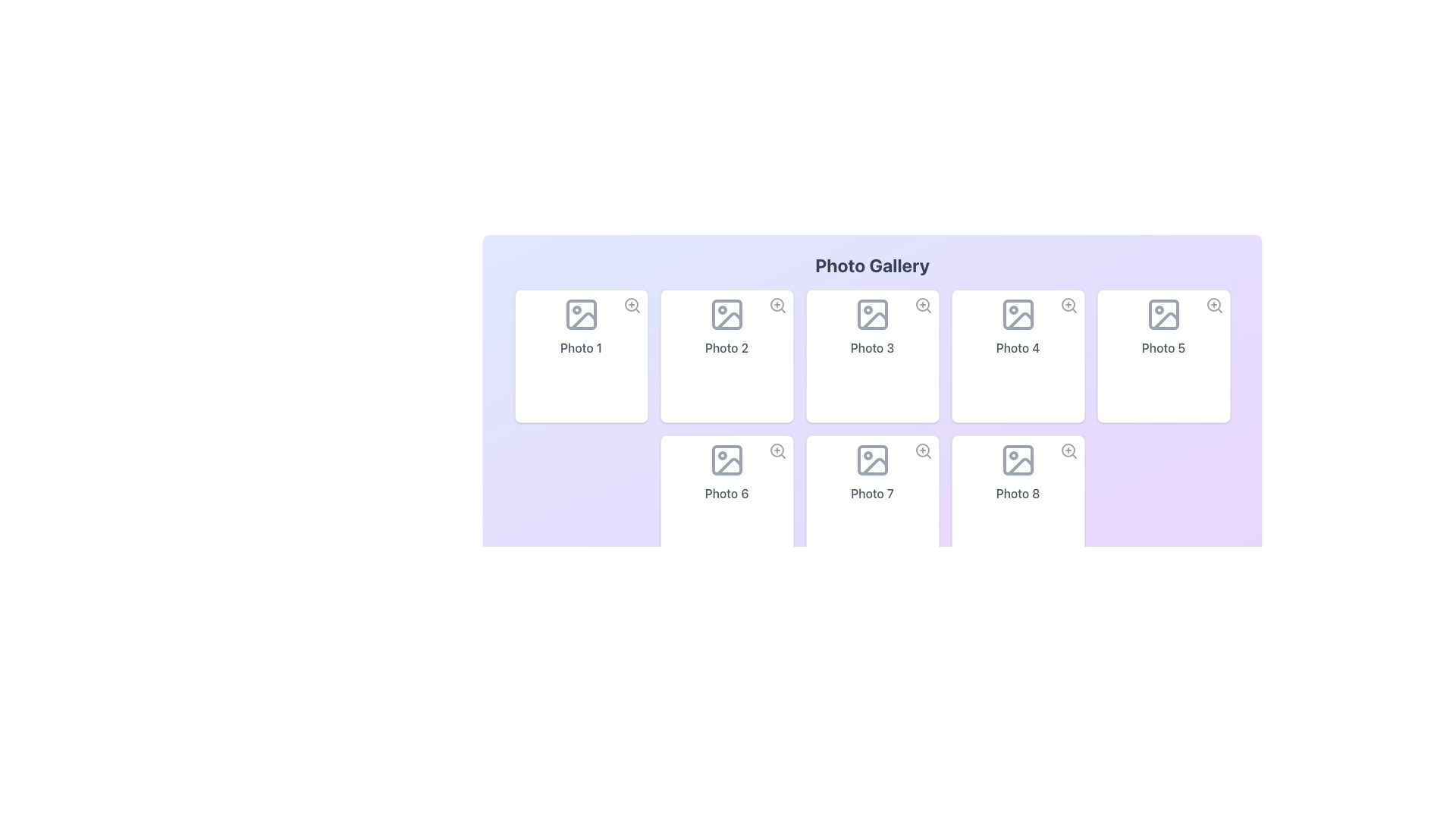  Describe the element at coordinates (1163, 348) in the screenshot. I see `the text label identifying the specific photo within the fifth card of the photo gallery grid, located in the second row and centered horizontally within the card` at that location.